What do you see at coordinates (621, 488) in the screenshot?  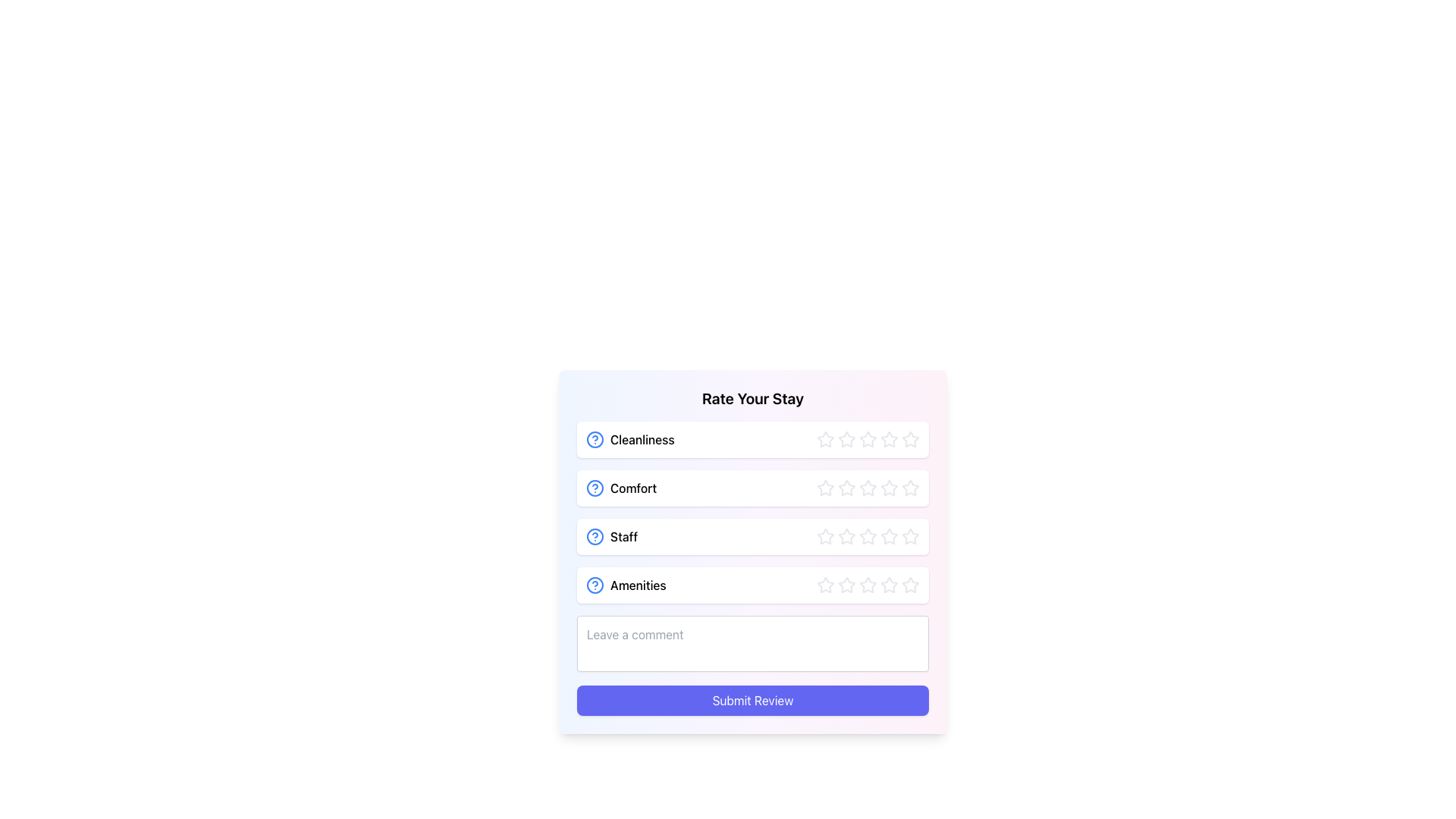 I see `the 'Comfort' label with the blue circular icon` at bounding box center [621, 488].